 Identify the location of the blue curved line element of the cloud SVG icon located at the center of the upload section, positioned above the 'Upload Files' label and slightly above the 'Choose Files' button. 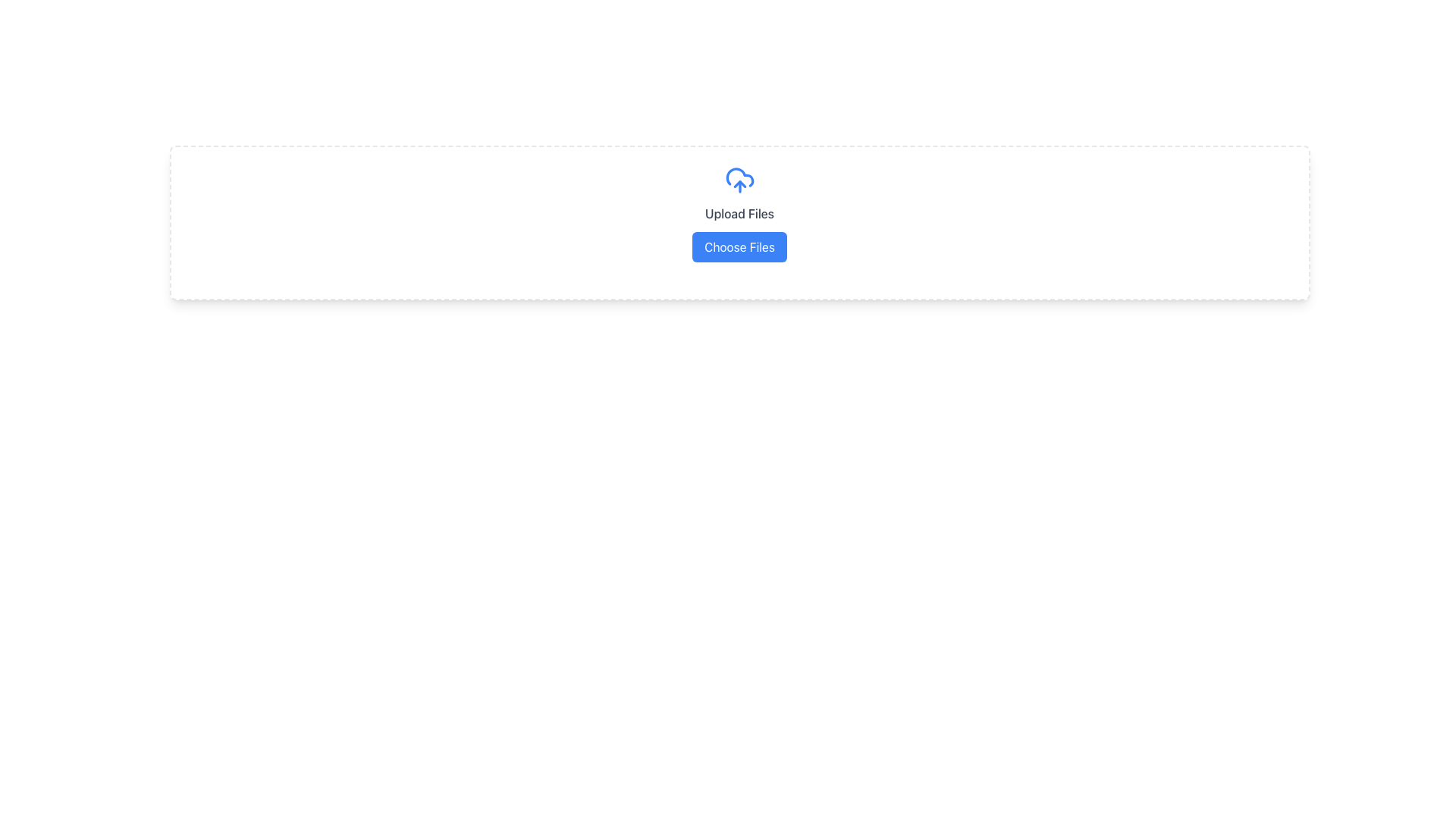
(739, 177).